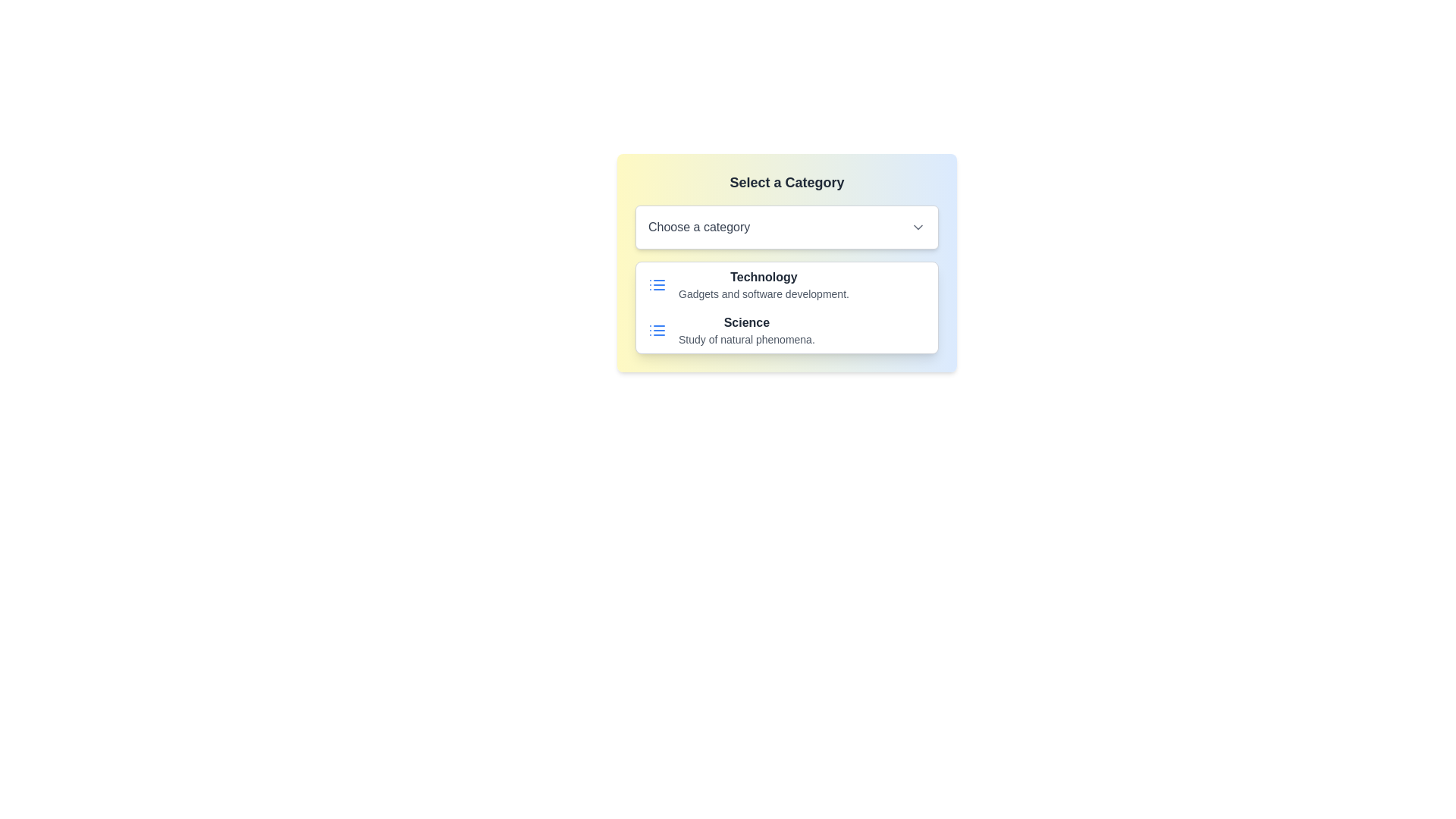 This screenshot has height=819, width=1456. I want to click on the List Item labeled 'Technology' which displays a title in bold dark gray text and a subtitle in lighter gray text, accompanied by a blue list icon, so click(786, 284).